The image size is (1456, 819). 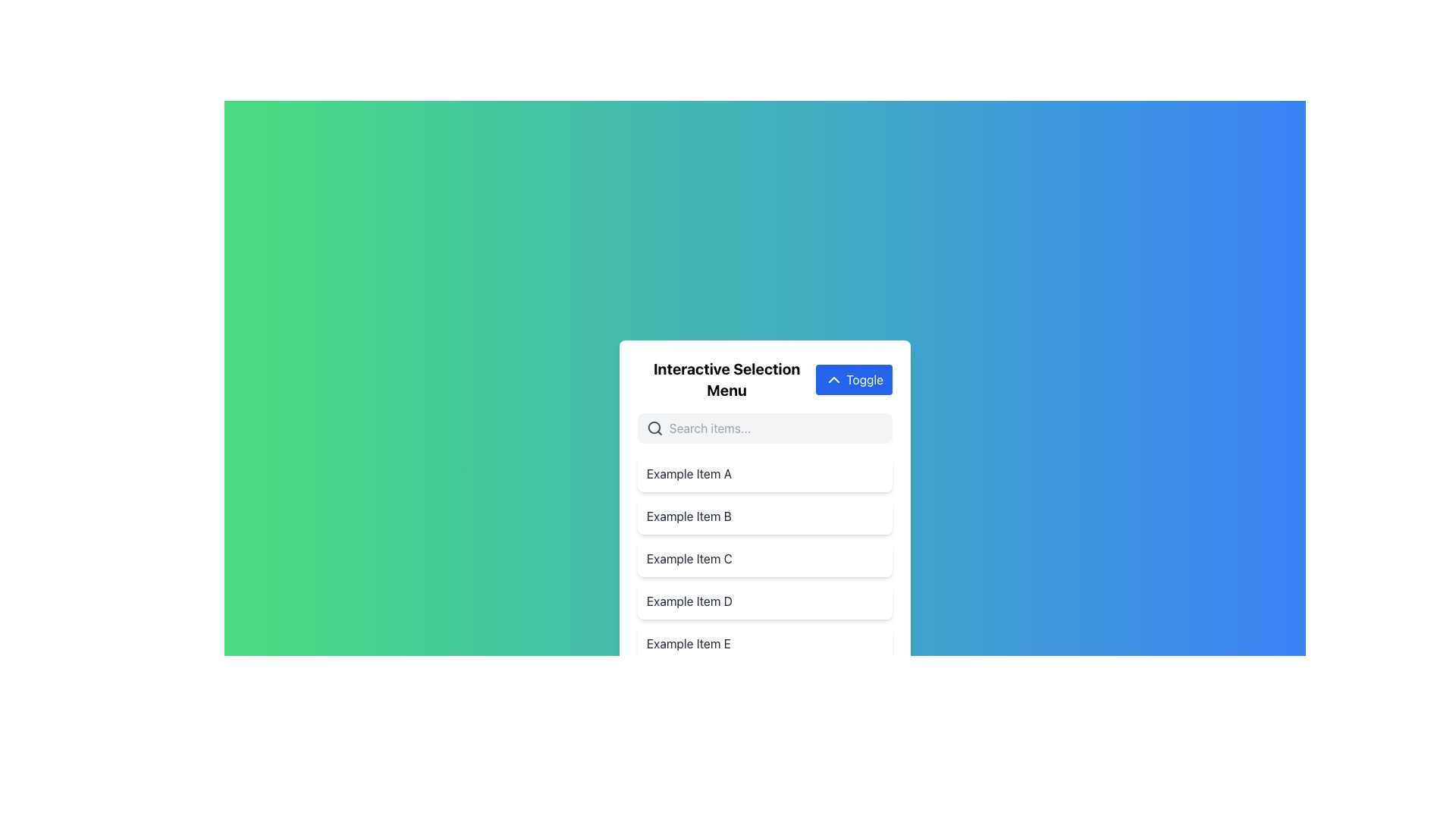 I want to click on text label 'Example Item C' which is styled with a gray text class and located in a white rectangular area as the third item in a vertically stacked list, so click(x=689, y=558).